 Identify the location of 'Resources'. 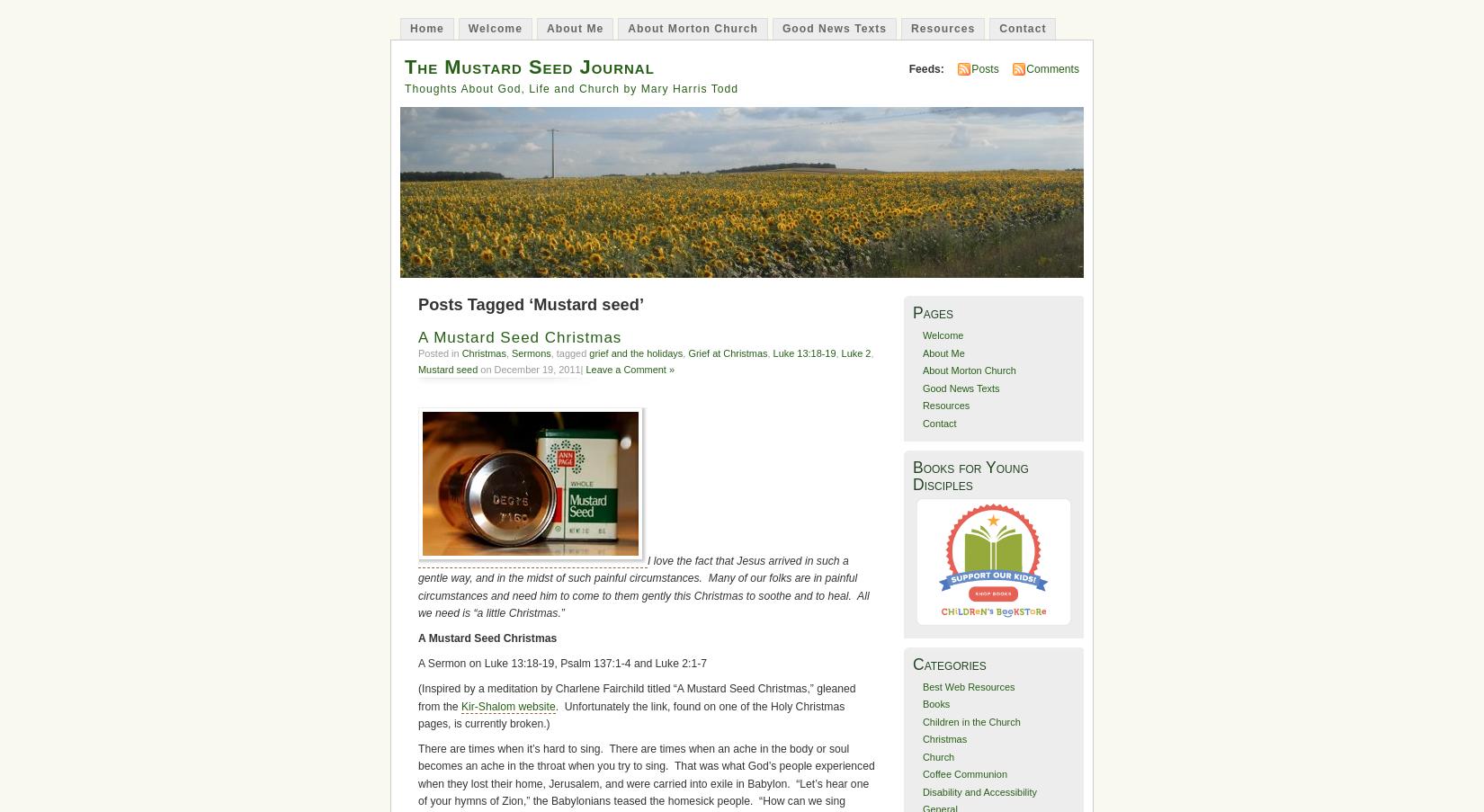
(921, 404).